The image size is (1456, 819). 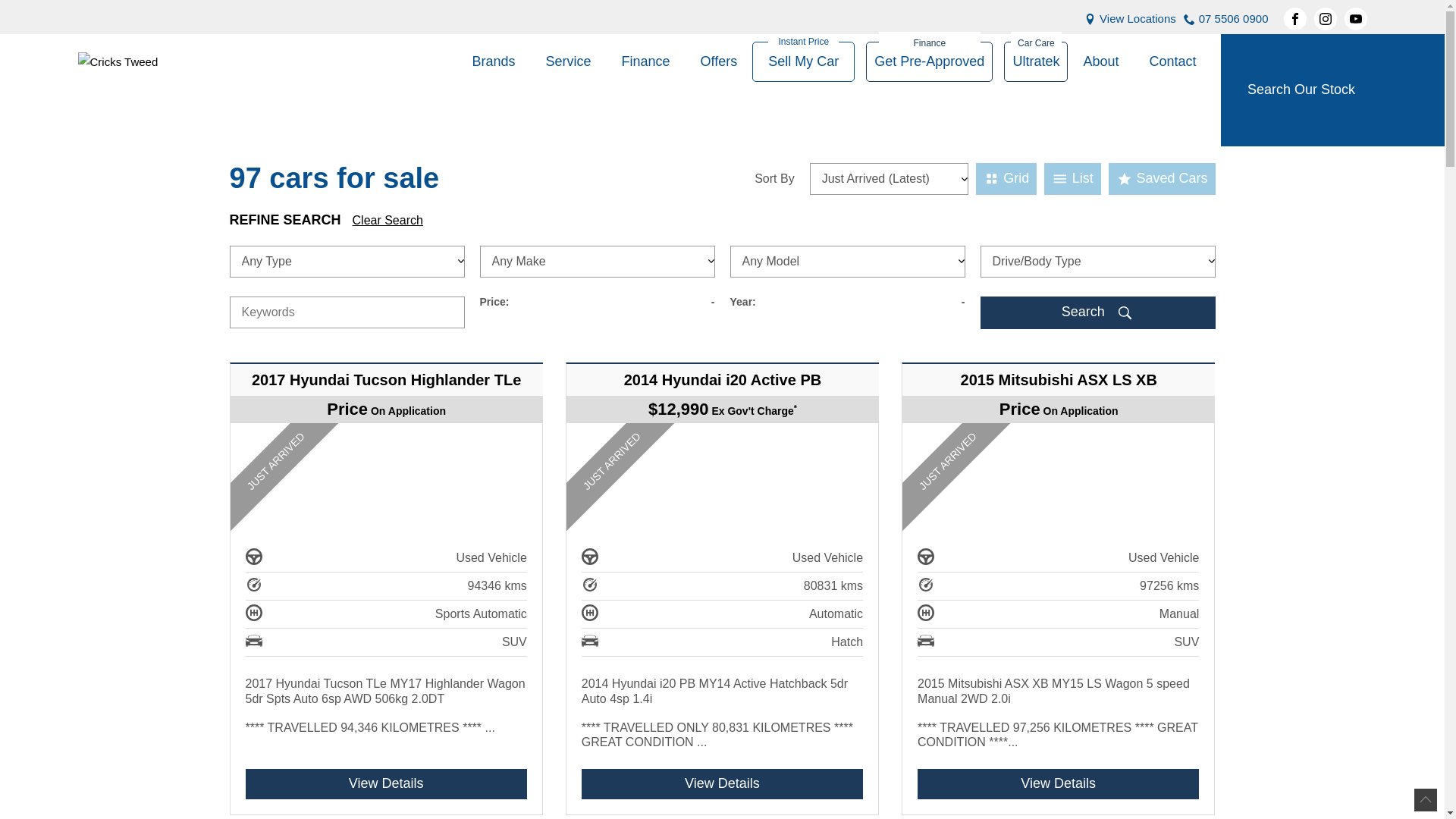 What do you see at coordinates (1161, 177) in the screenshot?
I see `'Saved Cars'` at bounding box center [1161, 177].